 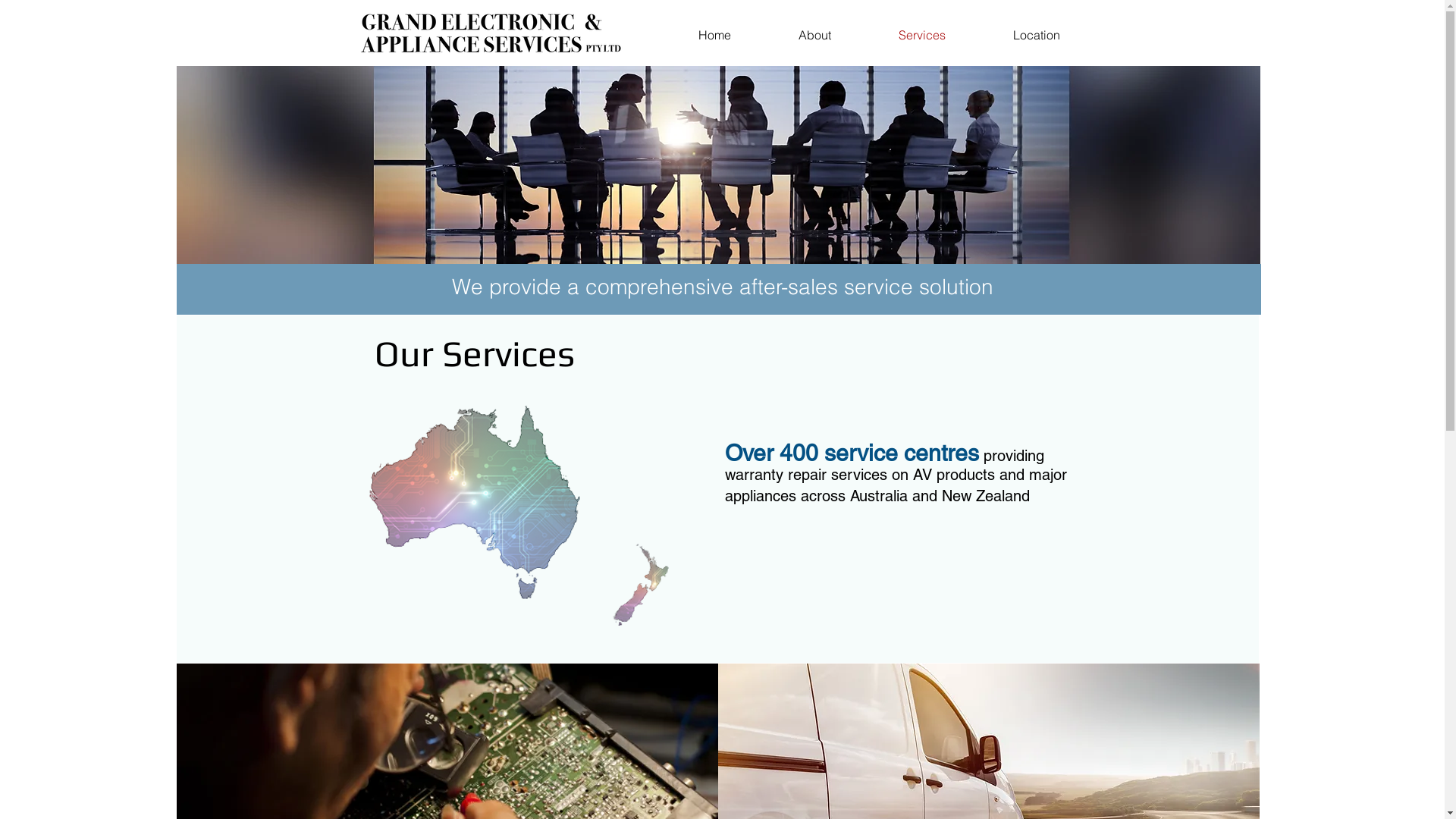 I want to click on 'About', so click(x=814, y=34).